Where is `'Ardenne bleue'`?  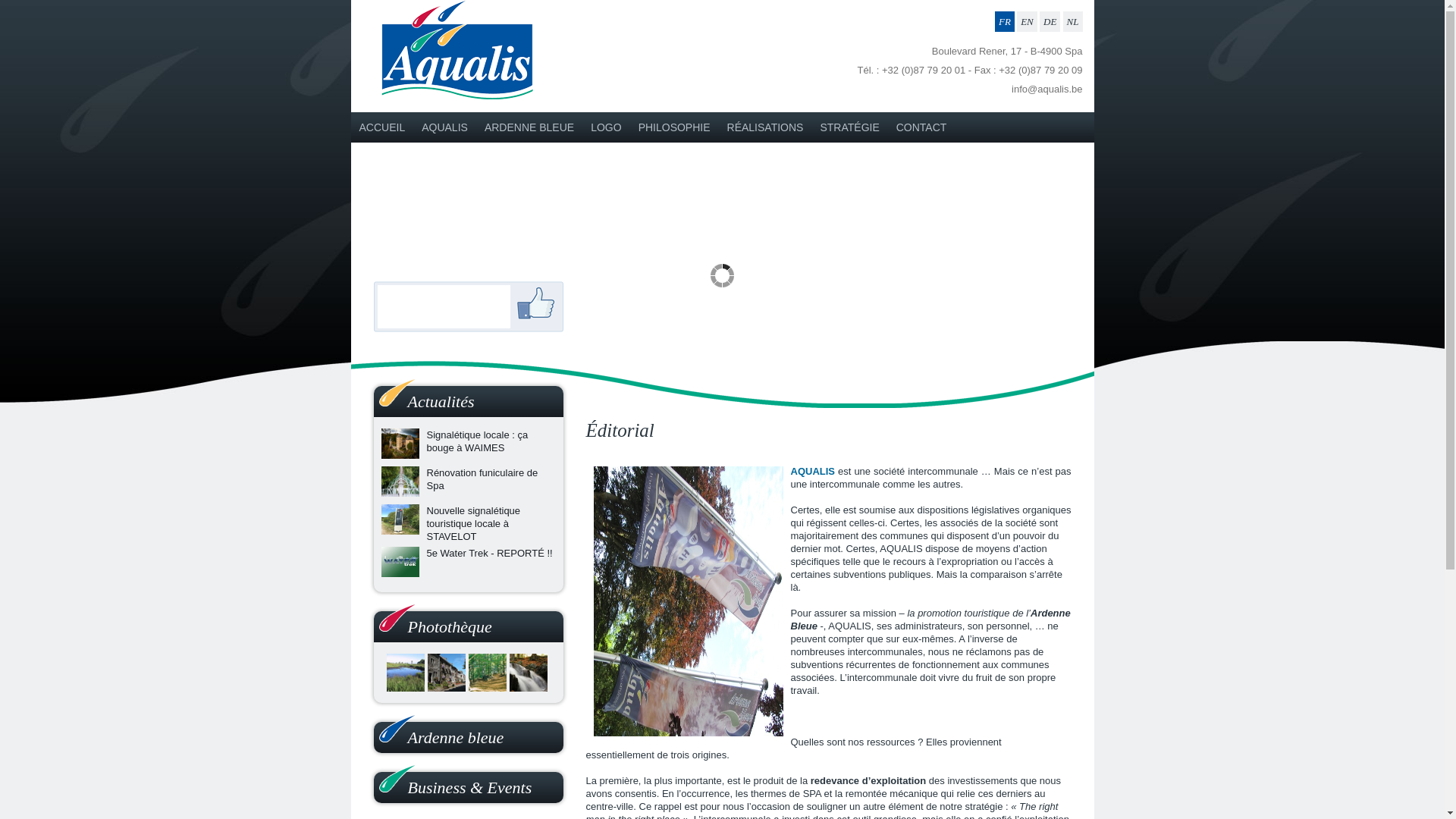
'Ardenne bleue' is located at coordinates (455, 736).